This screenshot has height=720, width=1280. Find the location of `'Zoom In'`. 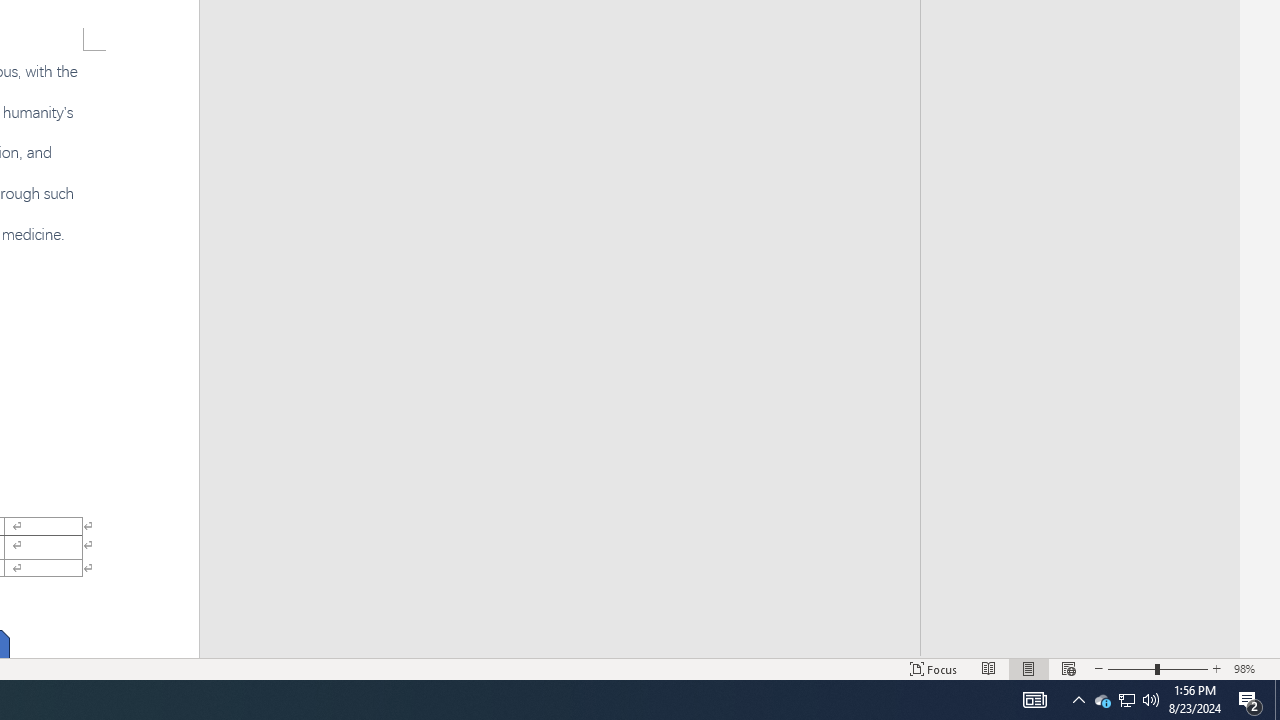

'Zoom In' is located at coordinates (1216, 669).